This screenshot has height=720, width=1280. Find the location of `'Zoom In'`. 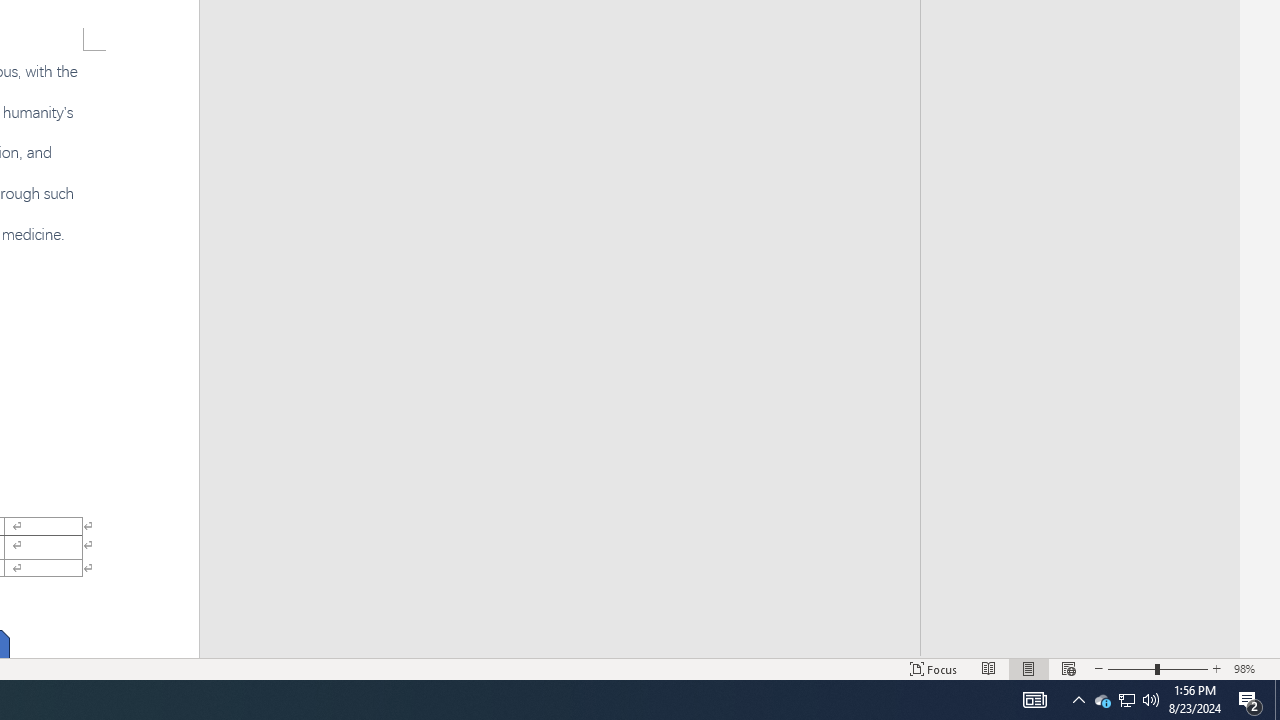

'Zoom In' is located at coordinates (1216, 669).